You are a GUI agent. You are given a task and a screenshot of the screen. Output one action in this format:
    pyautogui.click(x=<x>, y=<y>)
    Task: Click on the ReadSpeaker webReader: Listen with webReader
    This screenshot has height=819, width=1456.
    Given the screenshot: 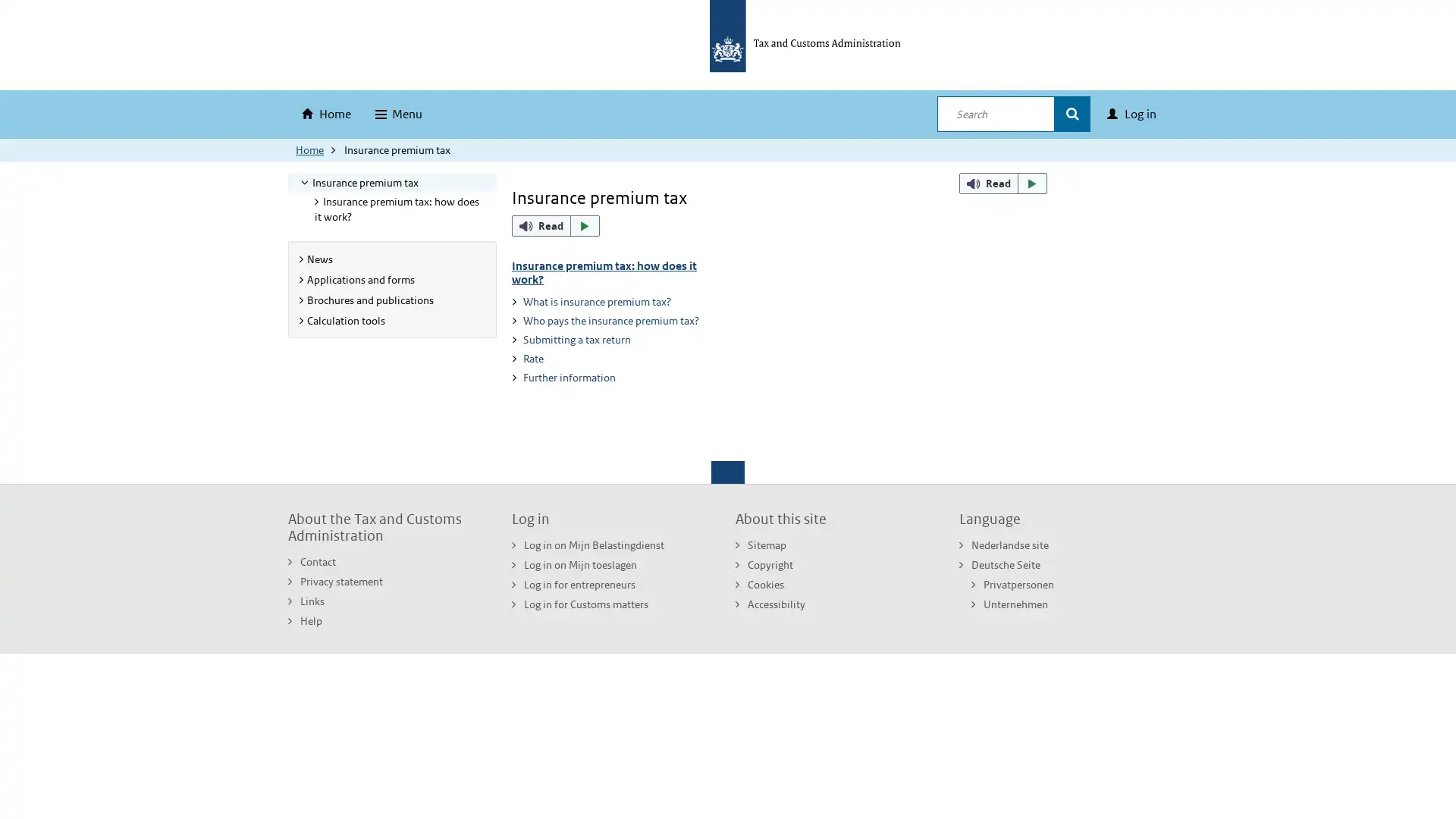 What is the action you would take?
    pyautogui.click(x=555, y=225)
    